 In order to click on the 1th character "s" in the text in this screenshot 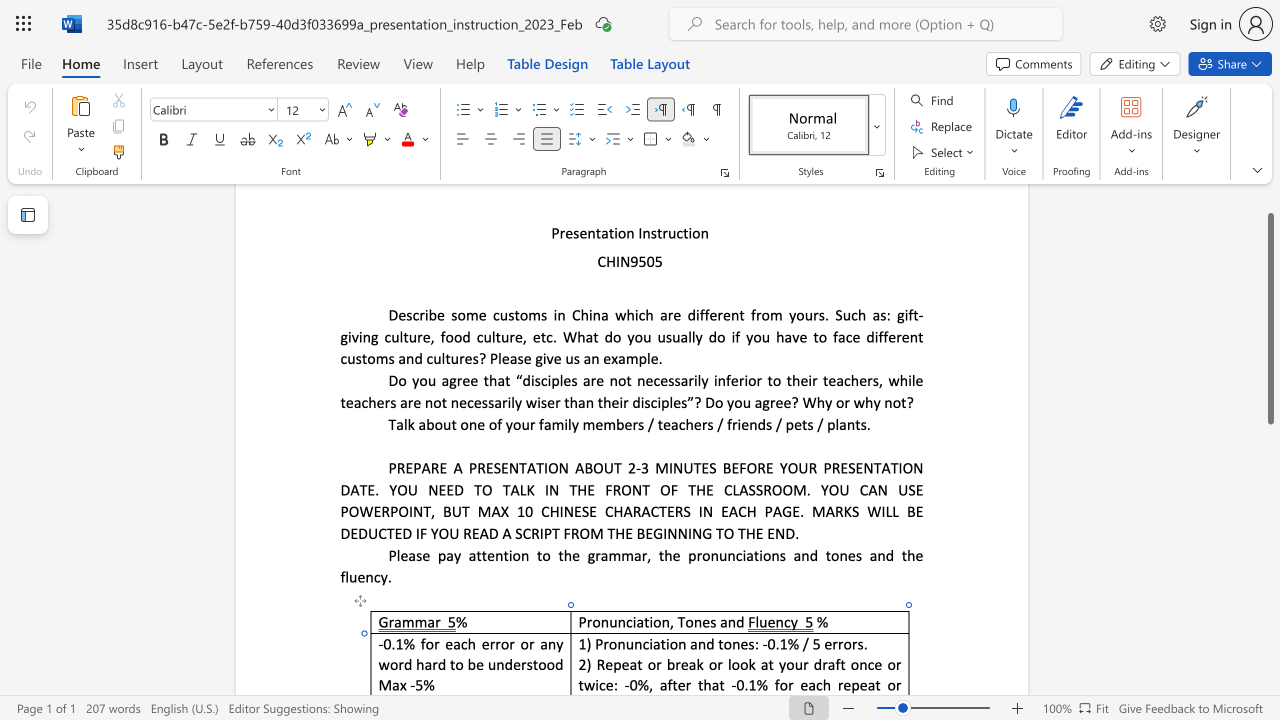, I will do `click(750, 644)`.